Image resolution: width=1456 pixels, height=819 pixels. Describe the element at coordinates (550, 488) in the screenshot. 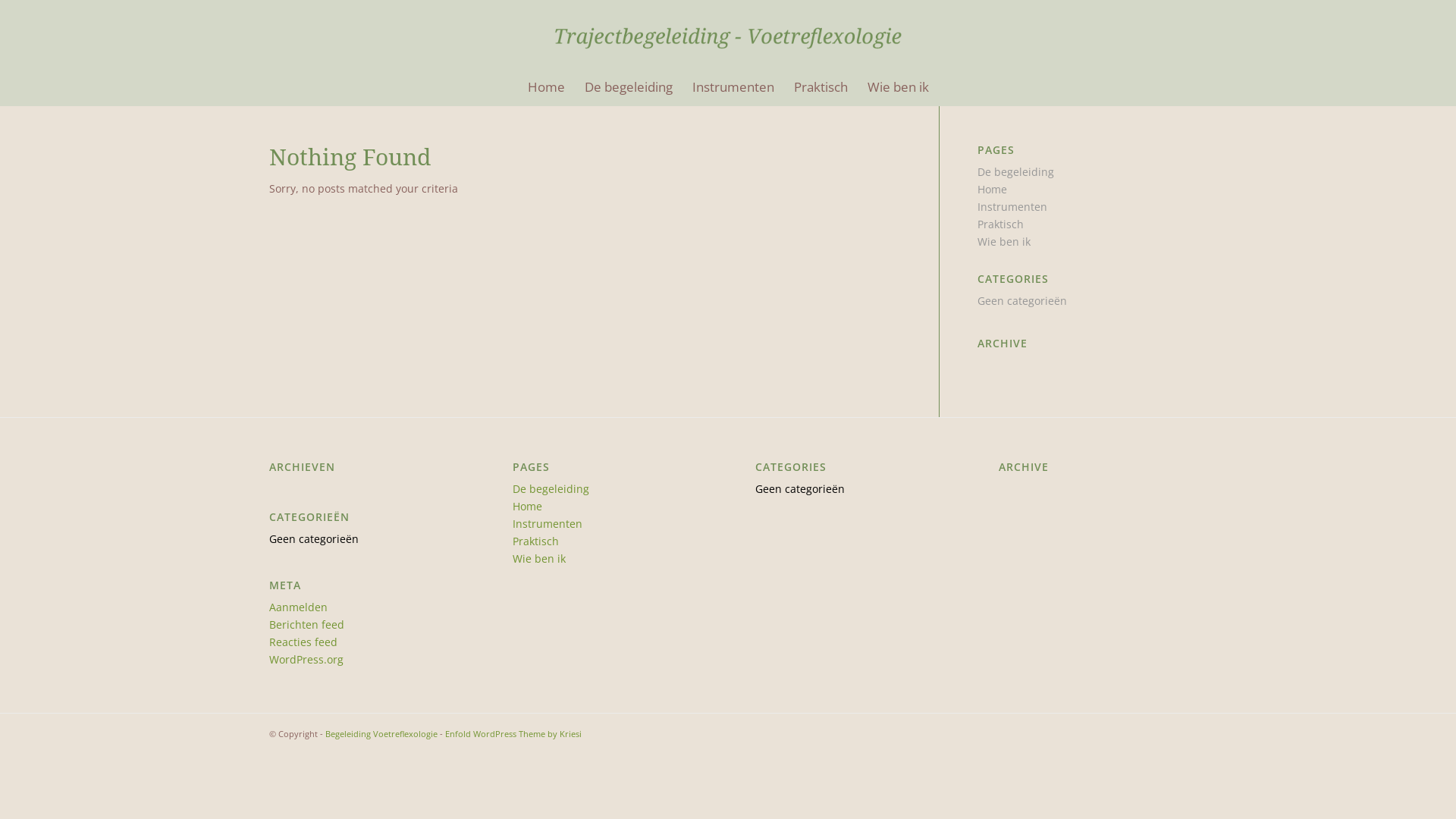

I see `'De begeleiding'` at that location.